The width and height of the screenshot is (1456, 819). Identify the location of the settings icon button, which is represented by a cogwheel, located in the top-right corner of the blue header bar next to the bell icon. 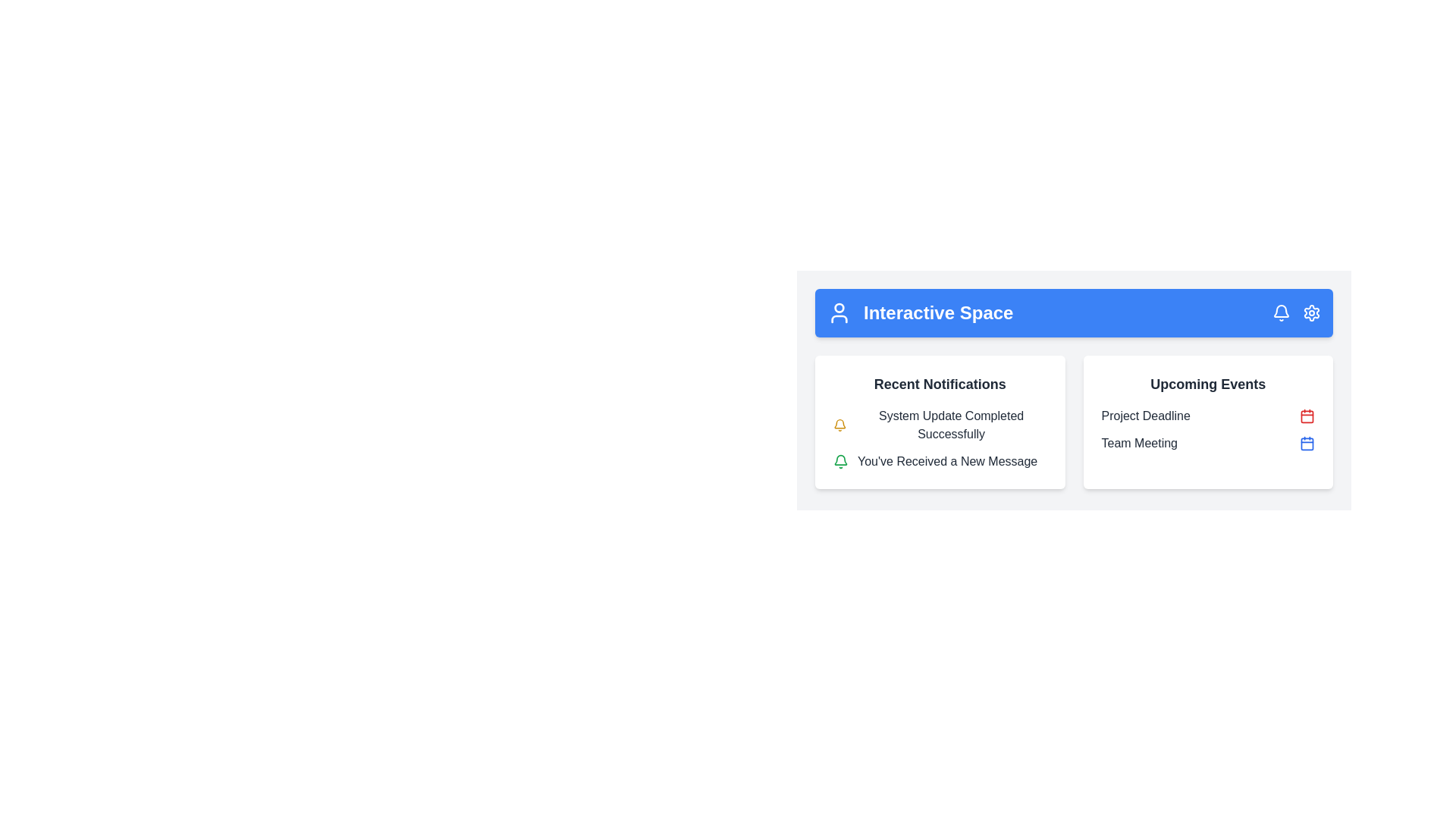
(1310, 312).